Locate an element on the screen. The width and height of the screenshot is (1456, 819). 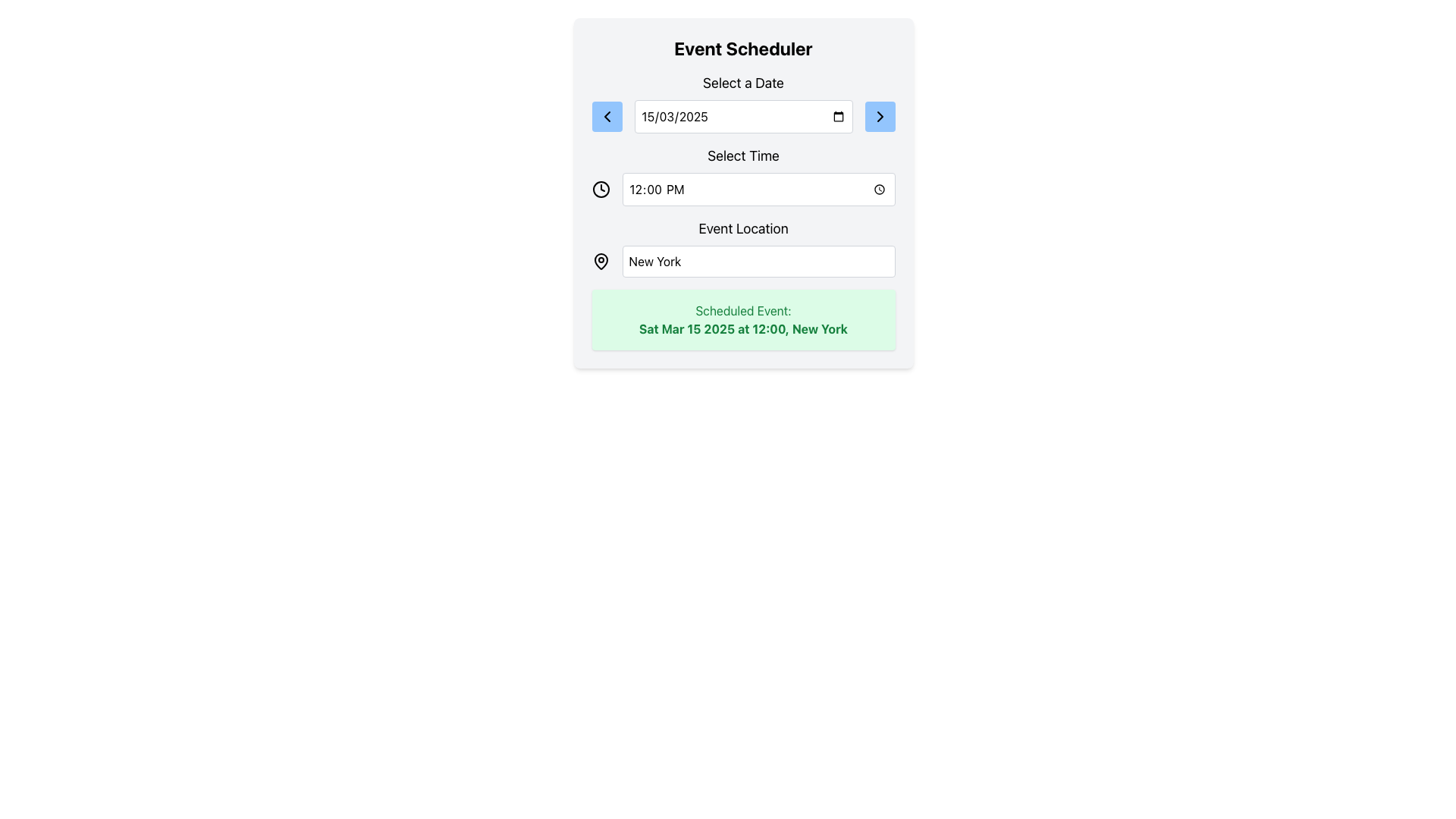
the Icon (Location Marker) which is located to the left of the 'Event Location' text input box in the middle section of the scheduler interface is located at coordinates (600, 260).